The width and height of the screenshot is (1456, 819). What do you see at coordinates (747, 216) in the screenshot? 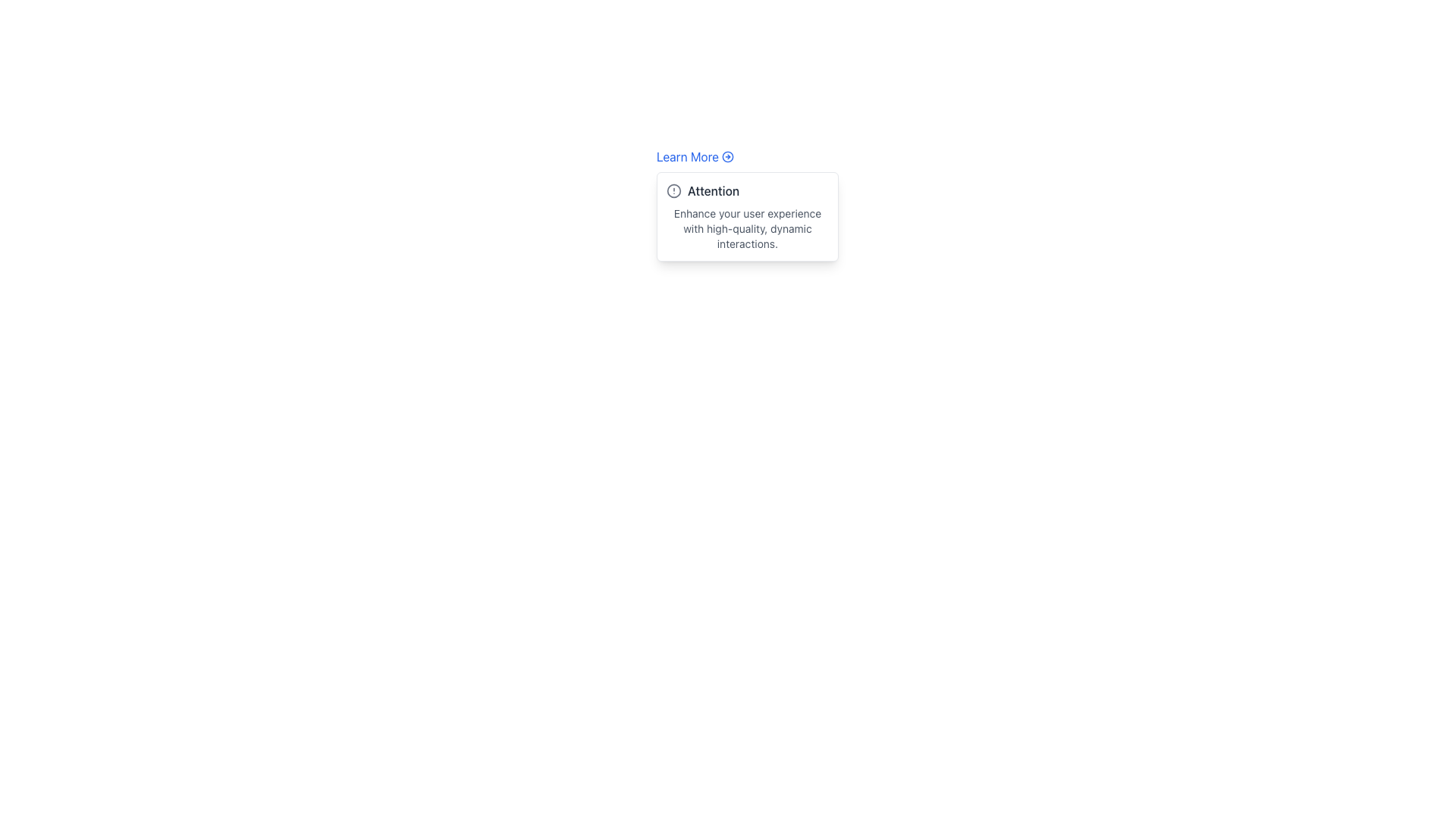
I see `the informational panel or alert box with the heading 'Attention' and subheading 'Enhance your user experience with high-quality, dynamic interactions.'` at bounding box center [747, 216].